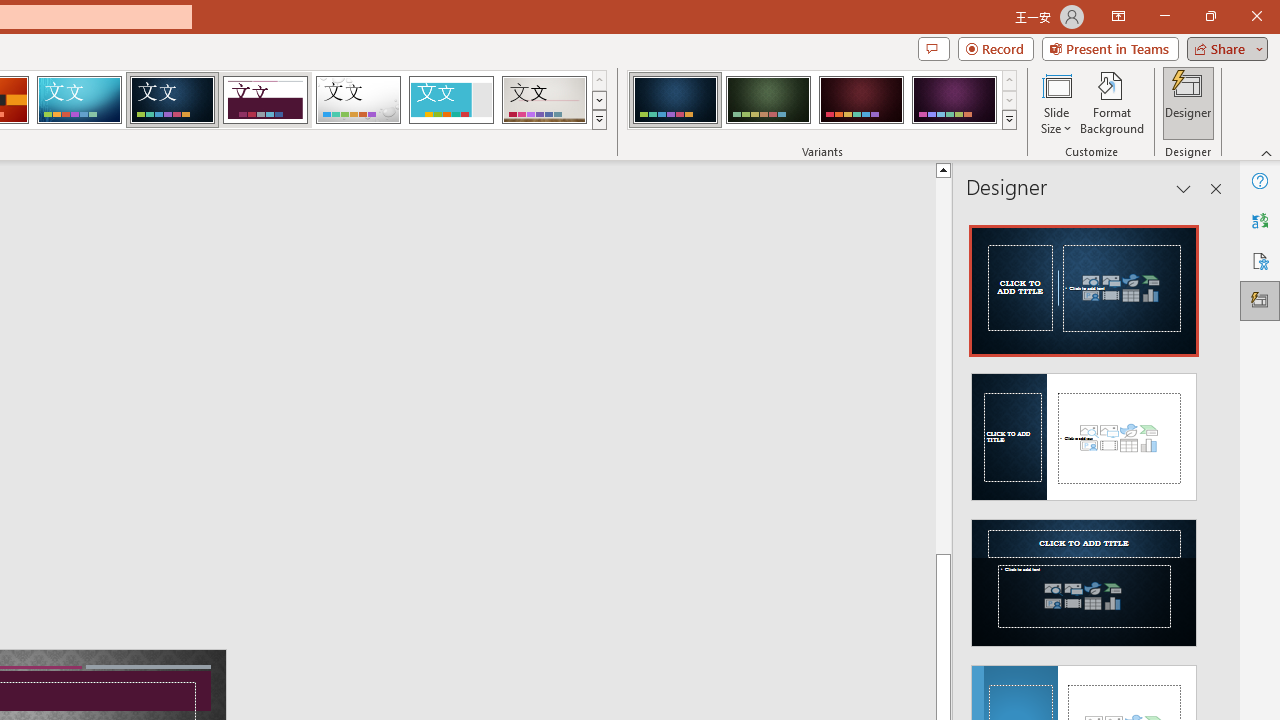 This screenshot has height=720, width=1280. Describe the element at coordinates (1215, 189) in the screenshot. I see `'Close pane'` at that location.